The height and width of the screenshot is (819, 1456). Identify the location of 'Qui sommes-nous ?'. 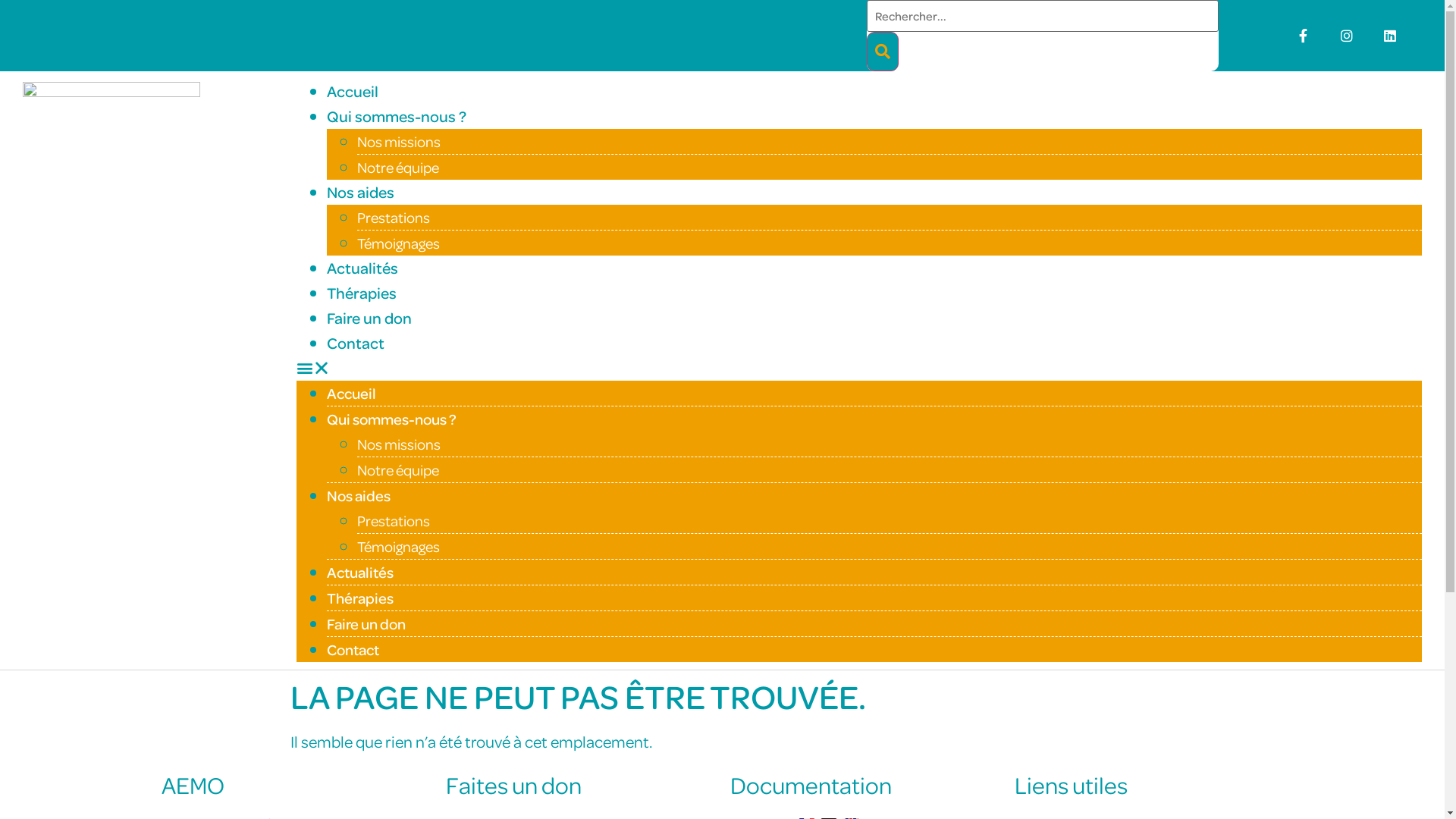
(397, 115).